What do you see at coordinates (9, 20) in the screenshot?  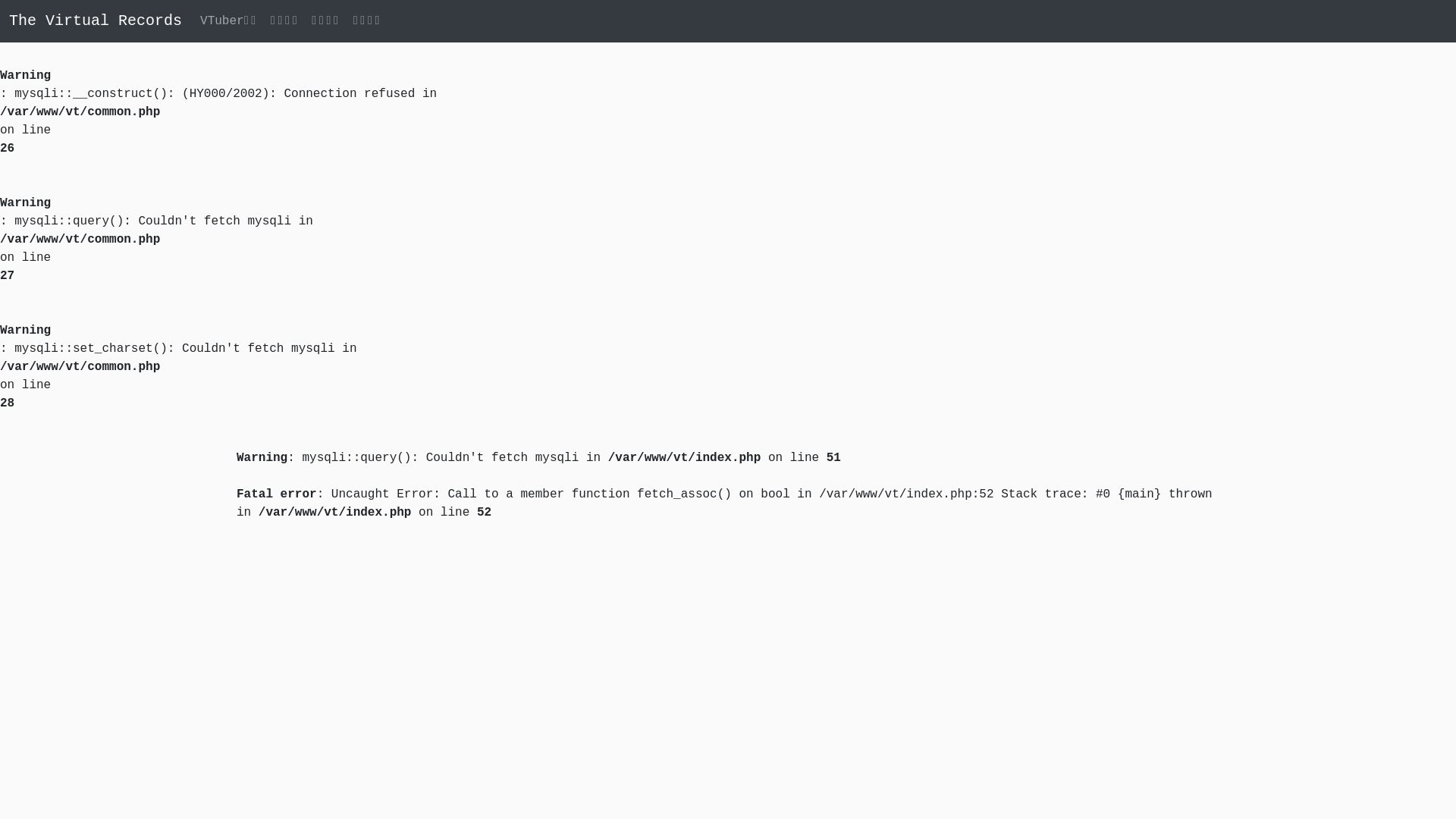 I see `'The Virtual Records'` at bounding box center [9, 20].